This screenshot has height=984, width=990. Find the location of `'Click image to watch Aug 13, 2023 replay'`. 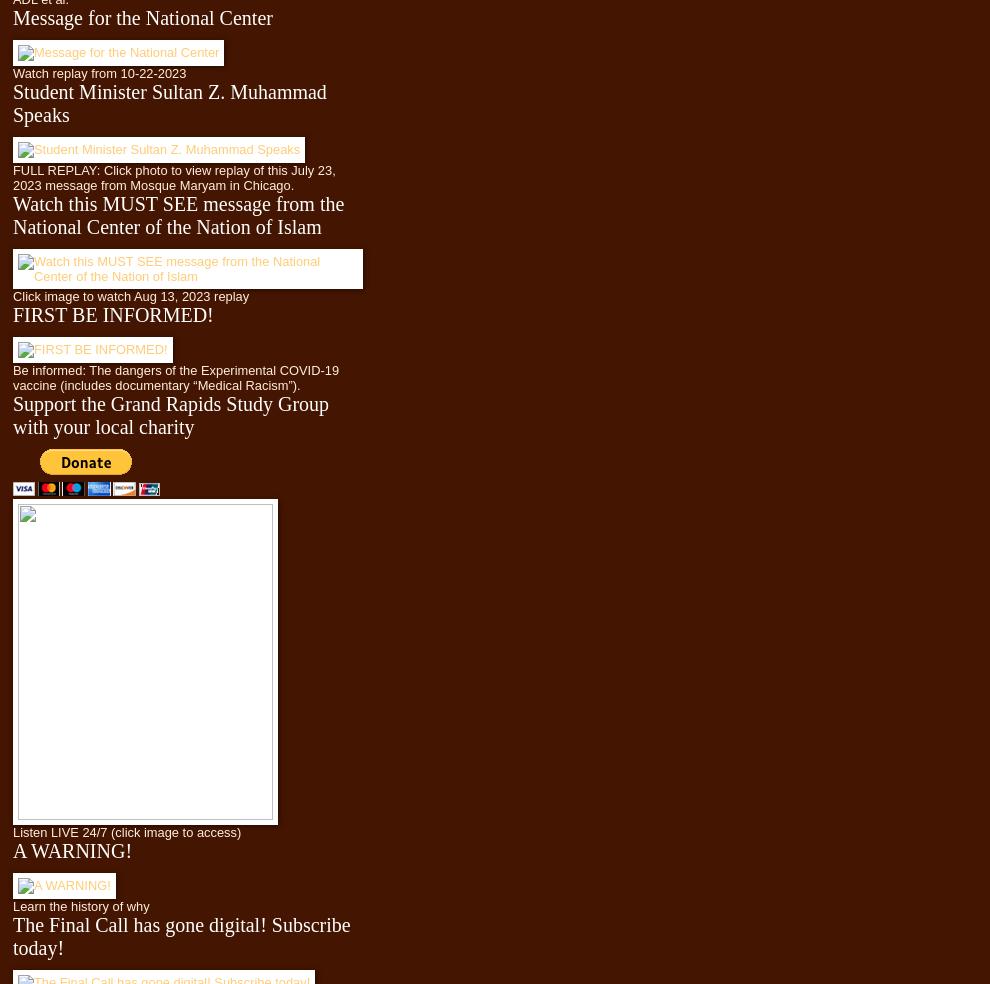

'Click image to watch Aug 13, 2023 replay' is located at coordinates (129, 294).